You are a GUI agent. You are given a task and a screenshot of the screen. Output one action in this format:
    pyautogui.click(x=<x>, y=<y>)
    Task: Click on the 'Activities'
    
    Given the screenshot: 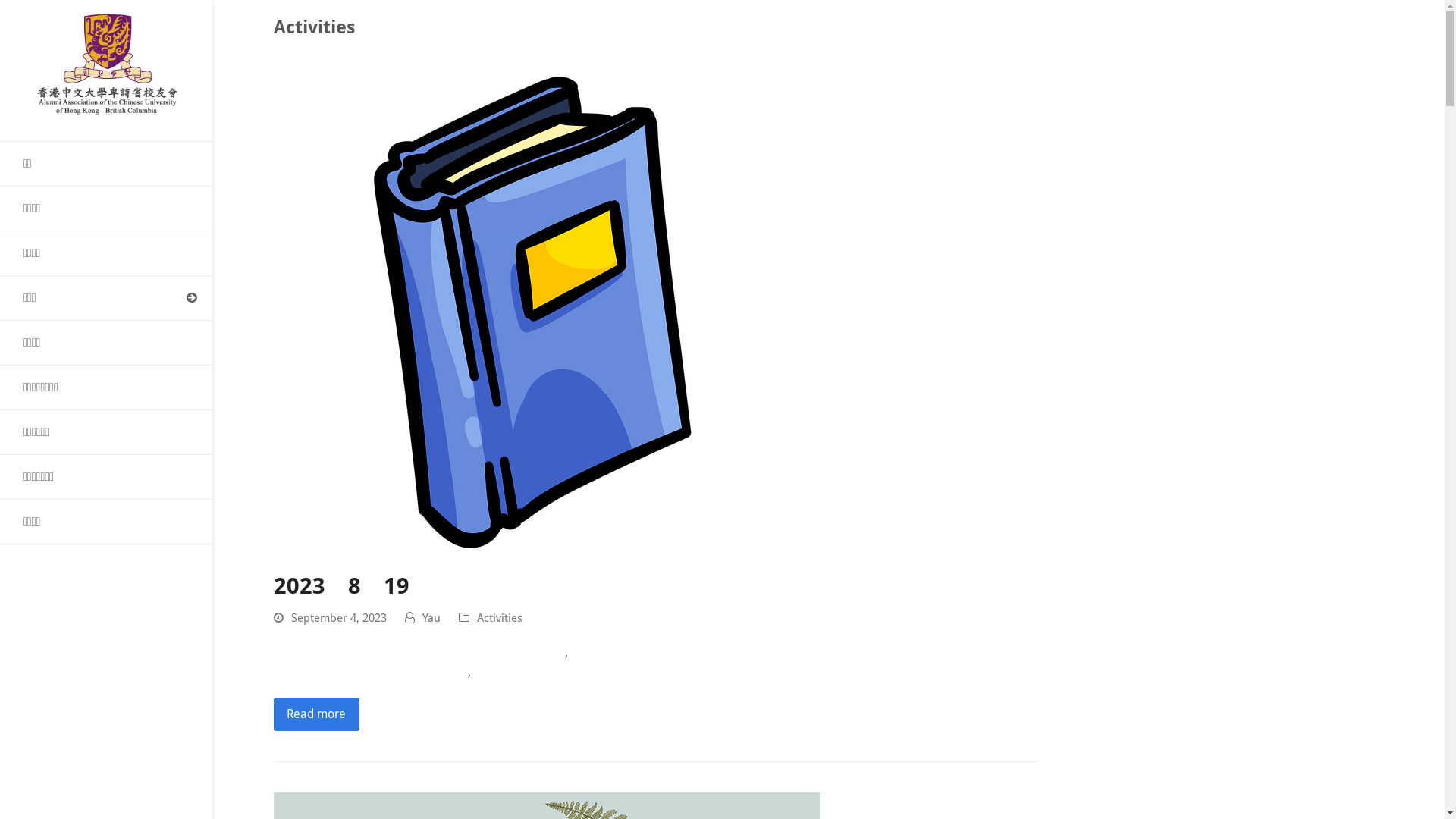 What is the action you would take?
    pyautogui.click(x=499, y=617)
    